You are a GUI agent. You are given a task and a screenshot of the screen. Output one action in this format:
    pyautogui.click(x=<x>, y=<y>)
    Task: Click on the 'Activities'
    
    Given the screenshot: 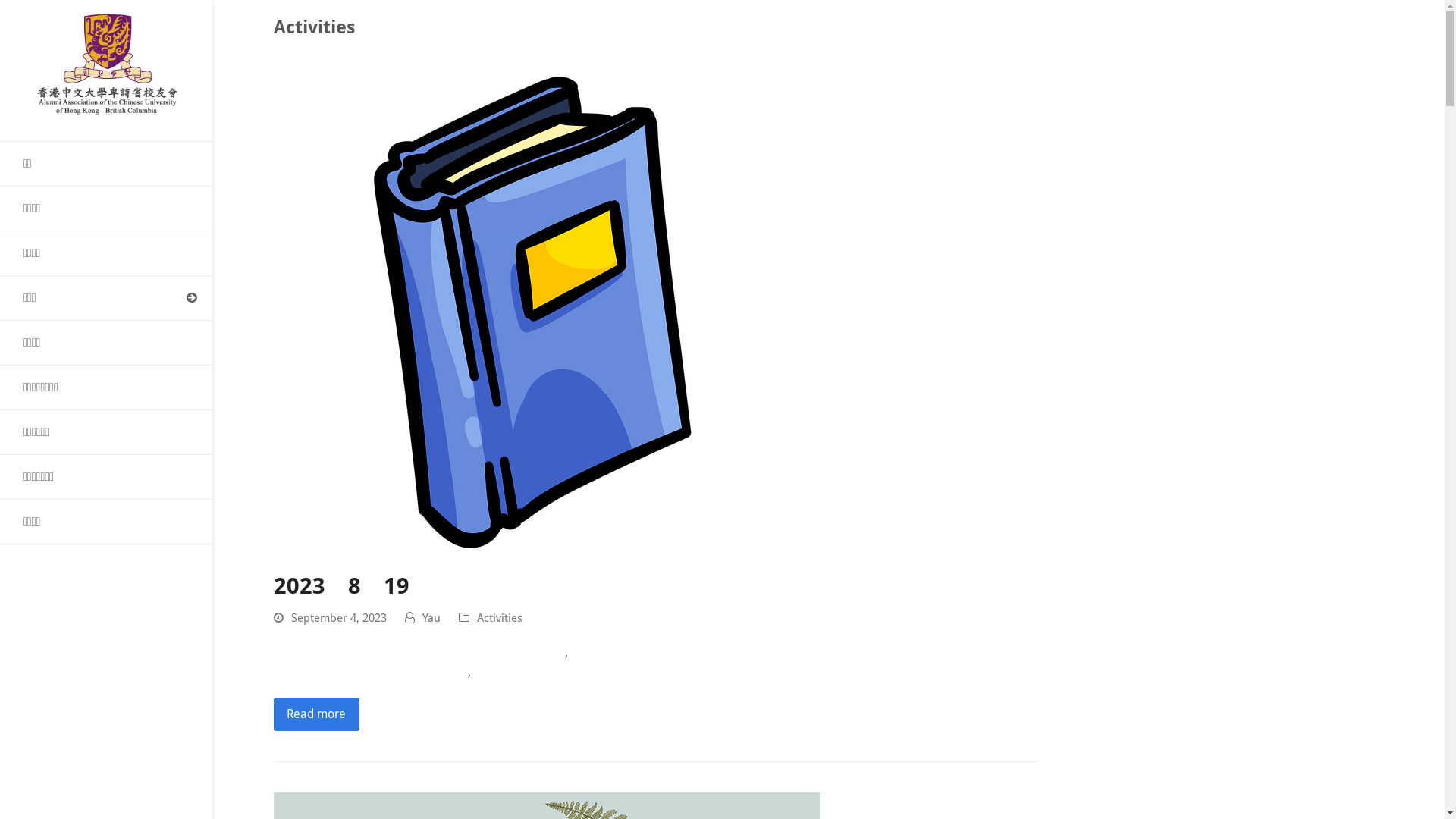 What is the action you would take?
    pyautogui.click(x=499, y=617)
    